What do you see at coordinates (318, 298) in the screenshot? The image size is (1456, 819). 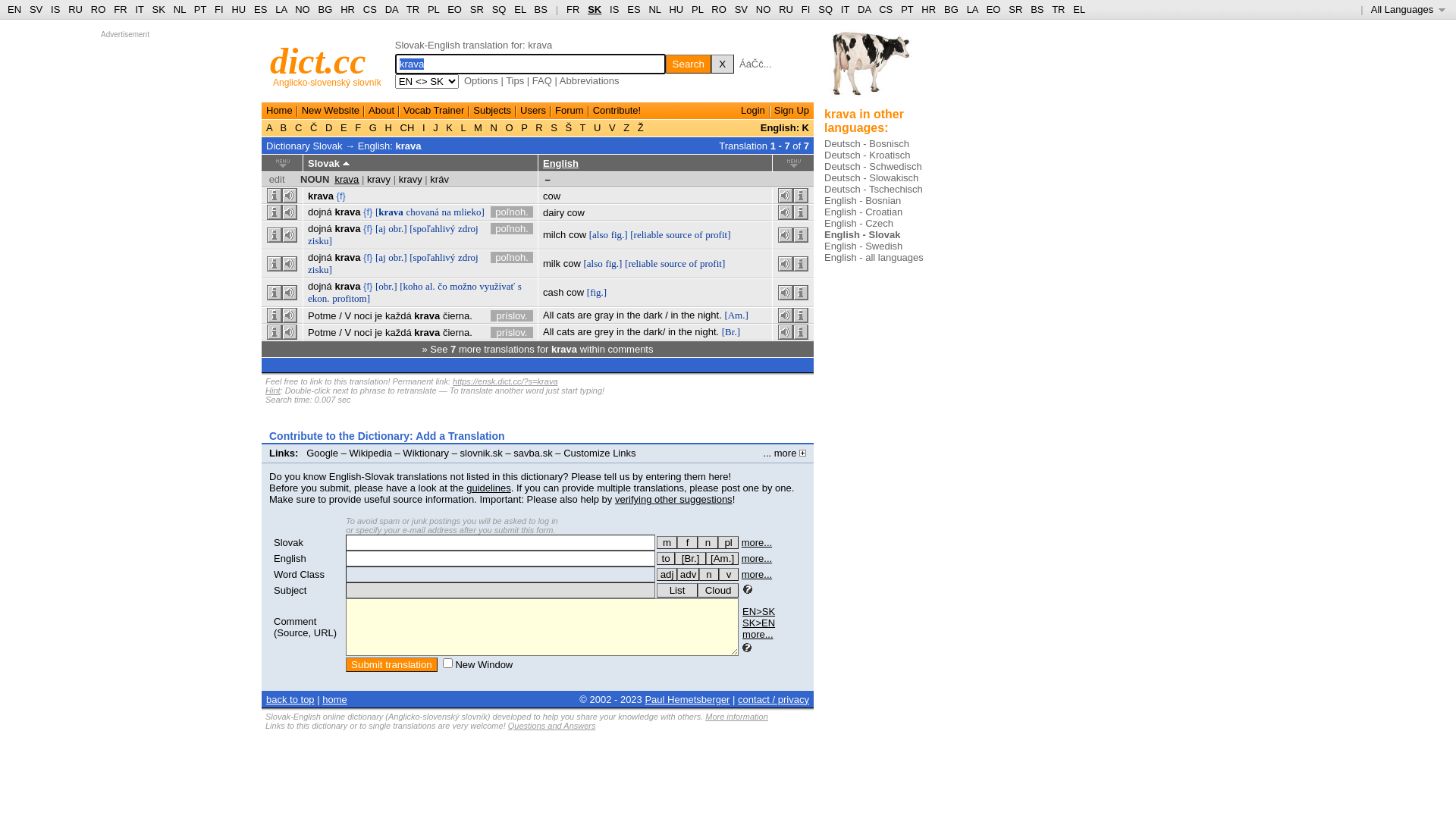 I see `'ekon.'` at bounding box center [318, 298].